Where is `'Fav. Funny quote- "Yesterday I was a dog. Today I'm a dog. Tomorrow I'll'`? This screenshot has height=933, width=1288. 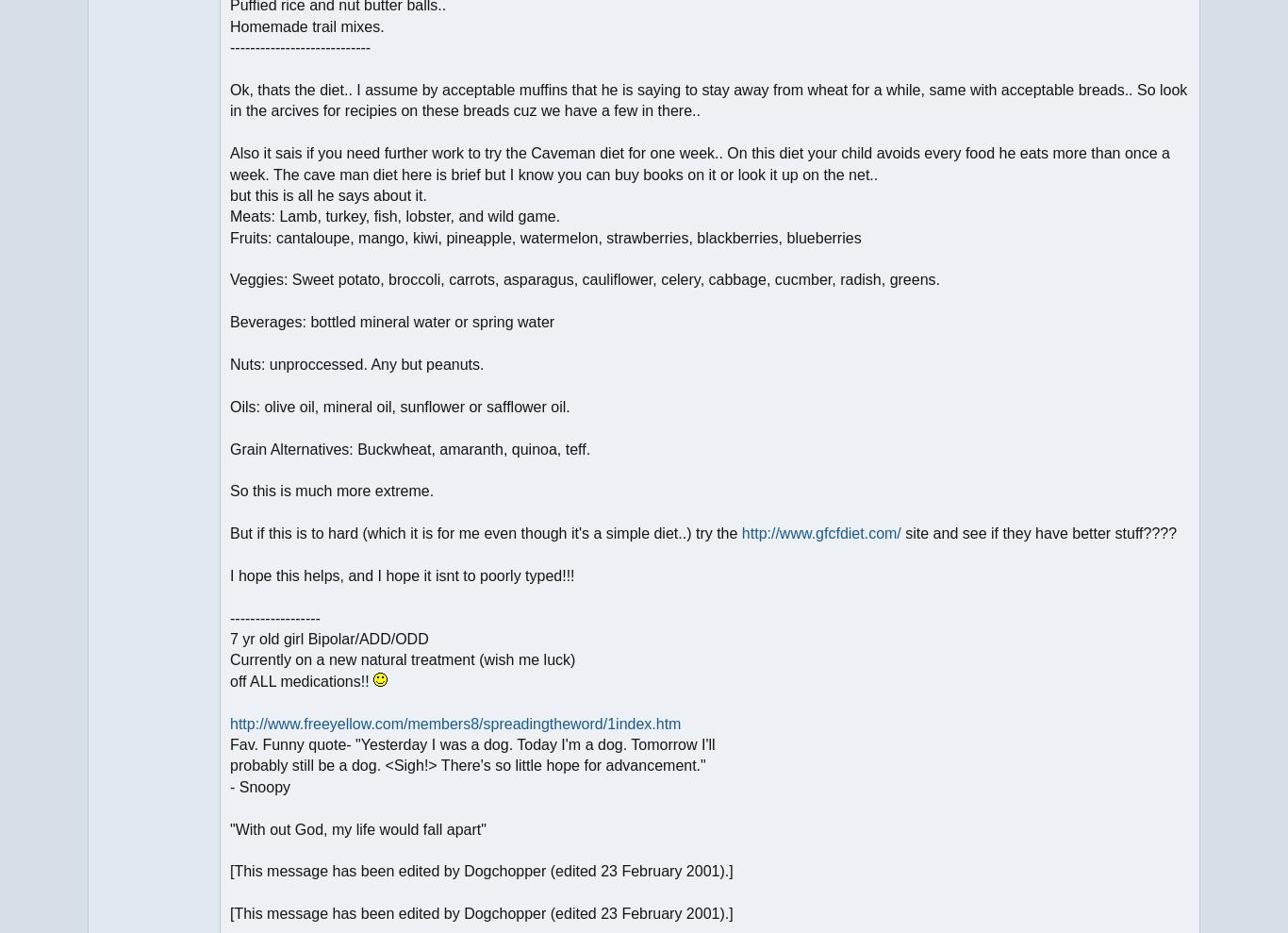 'Fav. Funny quote- "Yesterday I was a dog. Today I'm a dog. Tomorrow I'll' is located at coordinates (472, 743).